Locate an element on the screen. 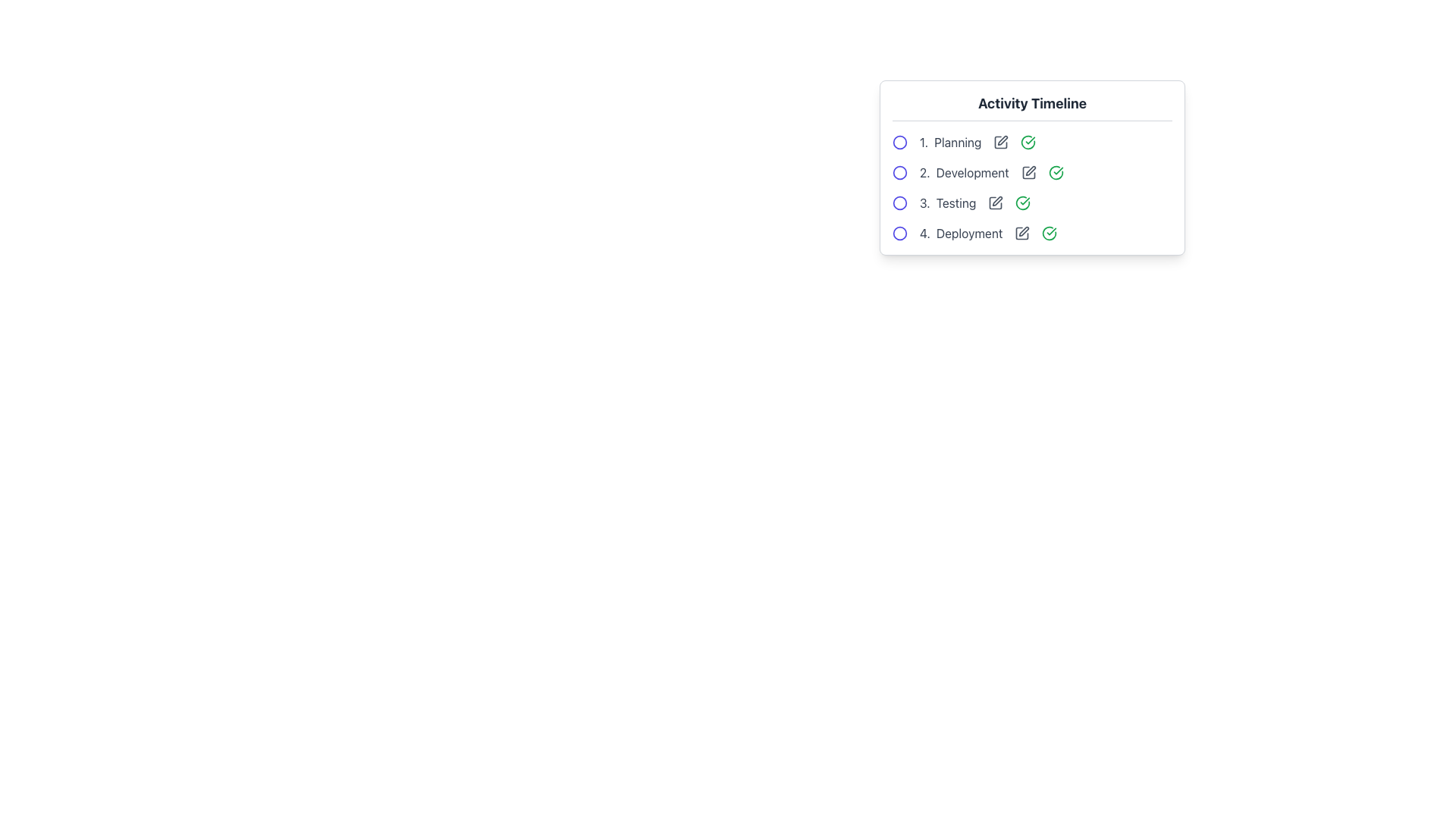 The width and height of the screenshot is (1456, 819). the edit button icon resembling a pencil located next to the text '4. Deployment' in the activity timeline is located at coordinates (1022, 234).